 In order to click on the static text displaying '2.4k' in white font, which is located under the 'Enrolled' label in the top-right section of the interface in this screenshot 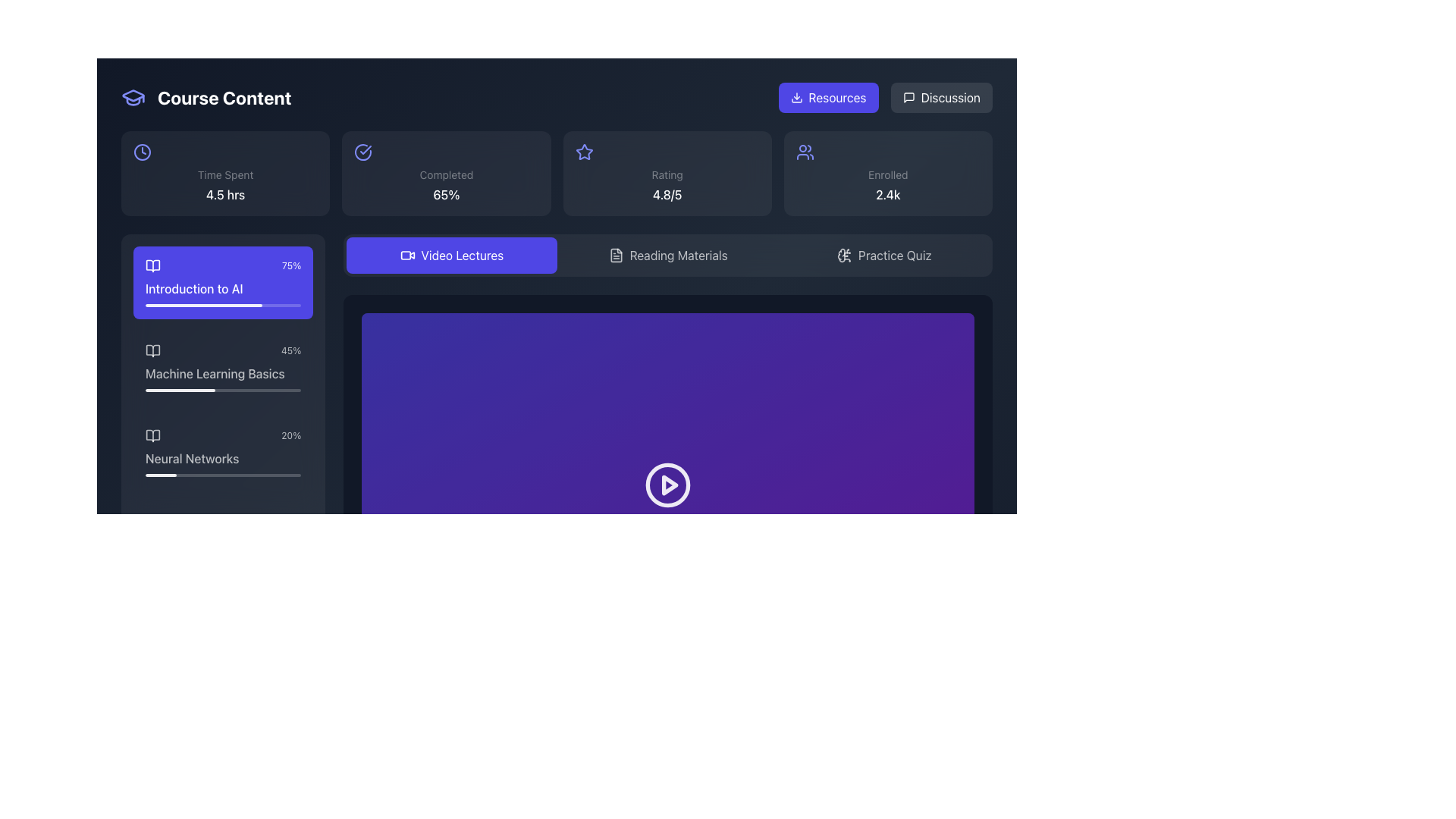, I will do `click(888, 194)`.